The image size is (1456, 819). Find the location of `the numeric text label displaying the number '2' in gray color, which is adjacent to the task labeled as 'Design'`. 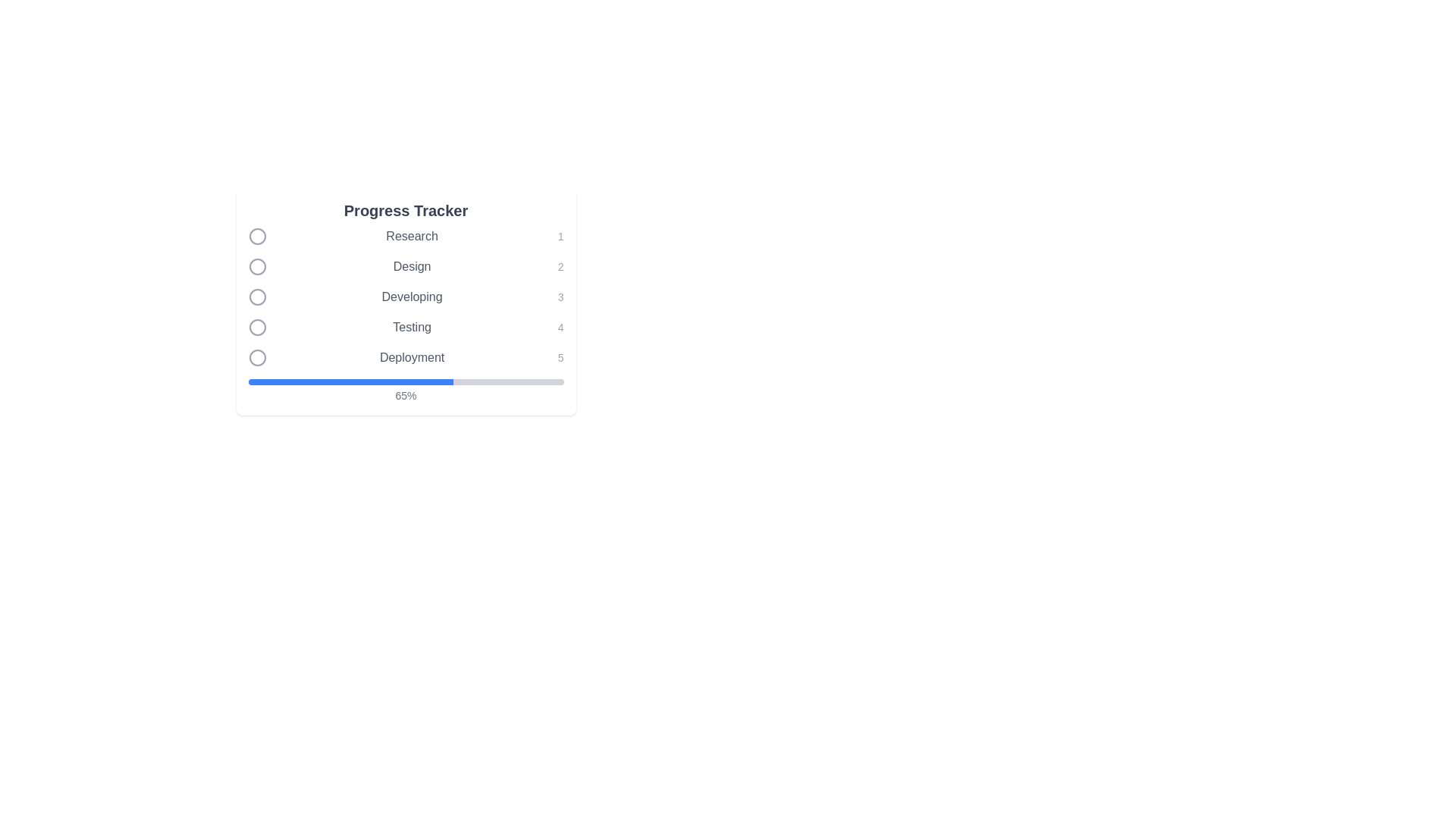

the numeric text label displaying the number '2' in gray color, which is adjacent to the task labeled as 'Design' is located at coordinates (560, 265).